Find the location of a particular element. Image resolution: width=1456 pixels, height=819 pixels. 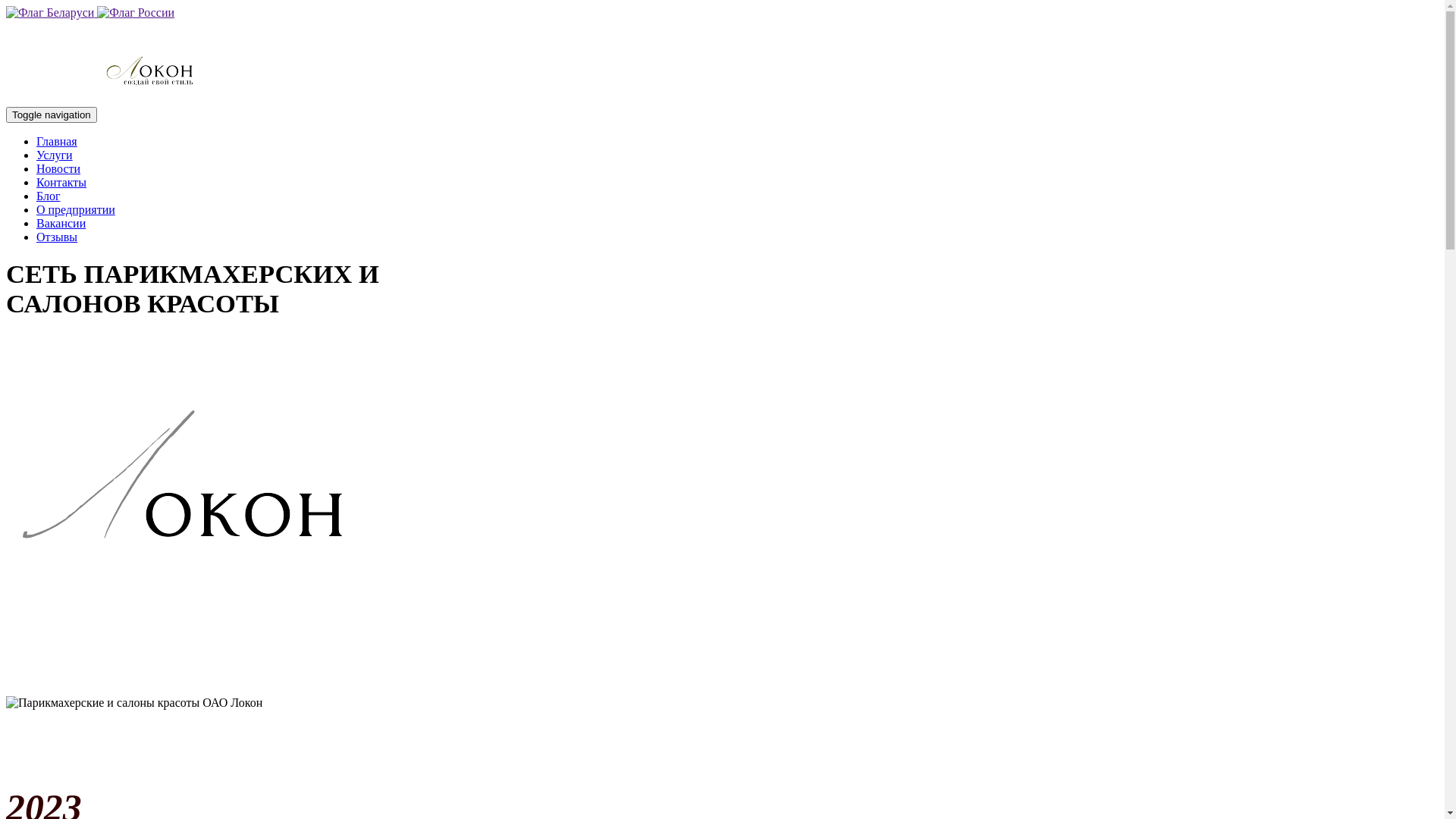

'Toggle navigation' is located at coordinates (51, 114).